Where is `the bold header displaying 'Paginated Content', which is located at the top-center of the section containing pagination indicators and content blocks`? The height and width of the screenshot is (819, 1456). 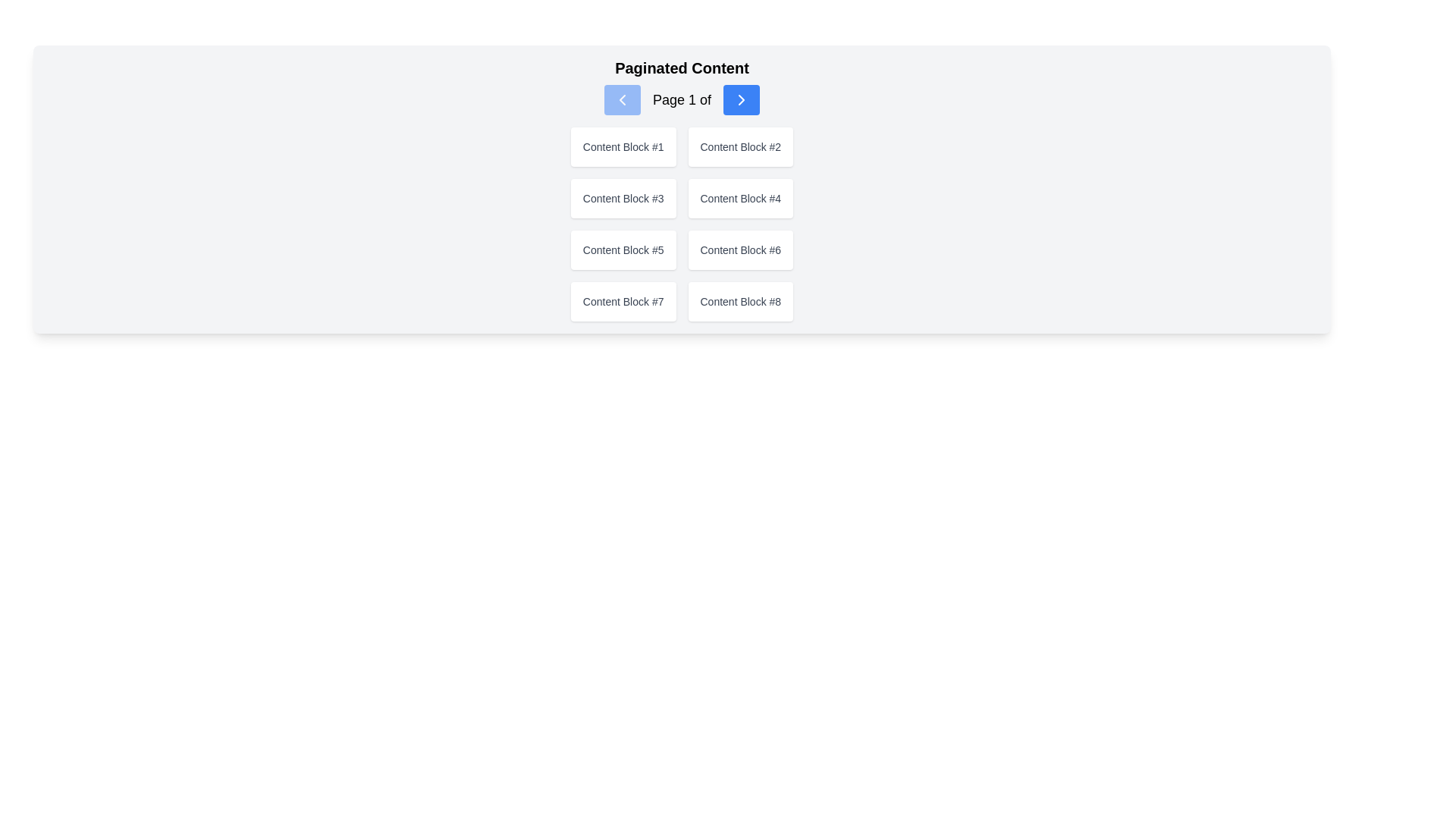 the bold header displaying 'Paginated Content', which is located at the top-center of the section containing pagination indicators and content blocks is located at coordinates (681, 67).